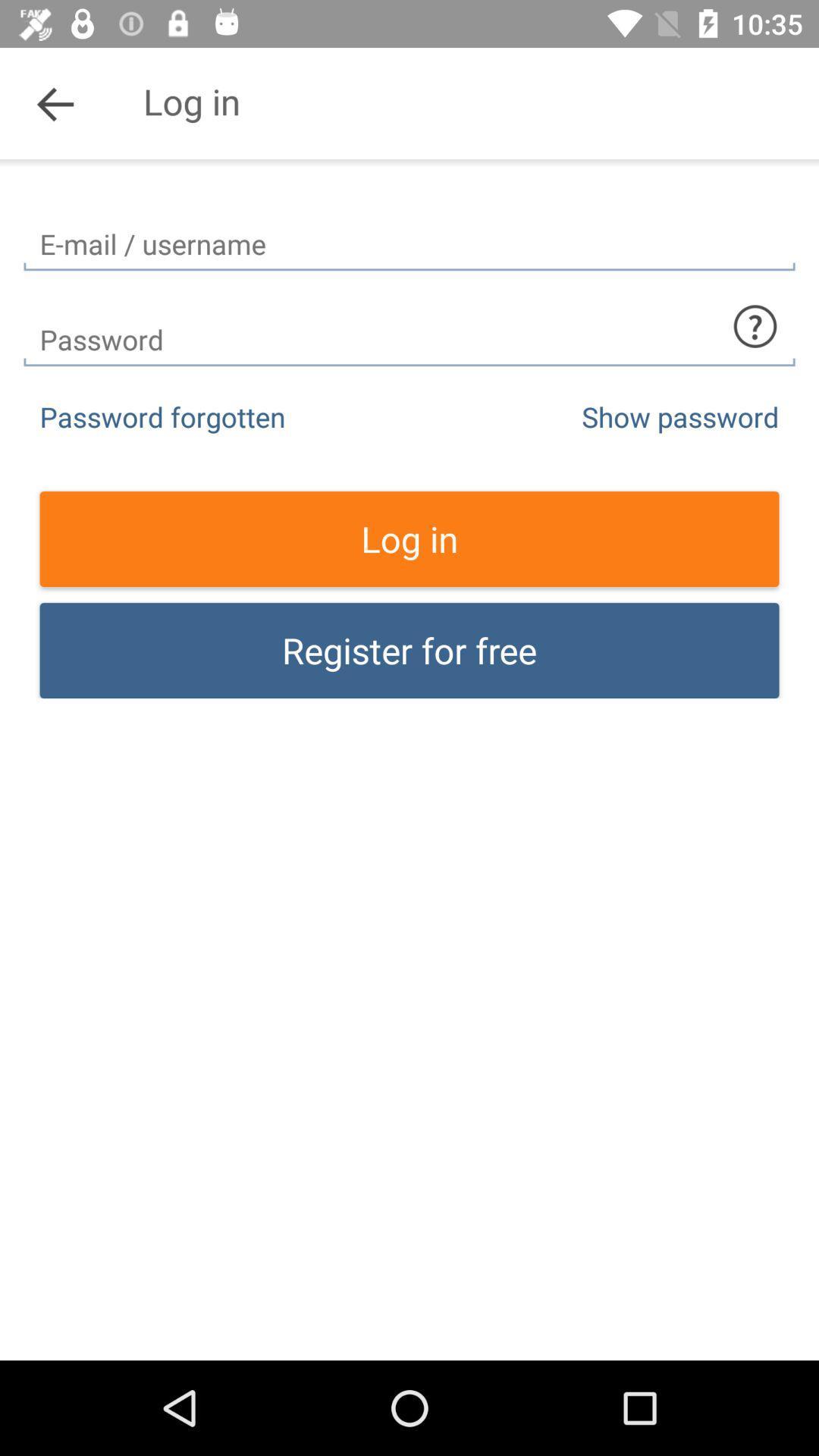 This screenshot has width=819, height=1456. What do you see at coordinates (755, 325) in the screenshot?
I see `this area is a help aid` at bounding box center [755, 325].